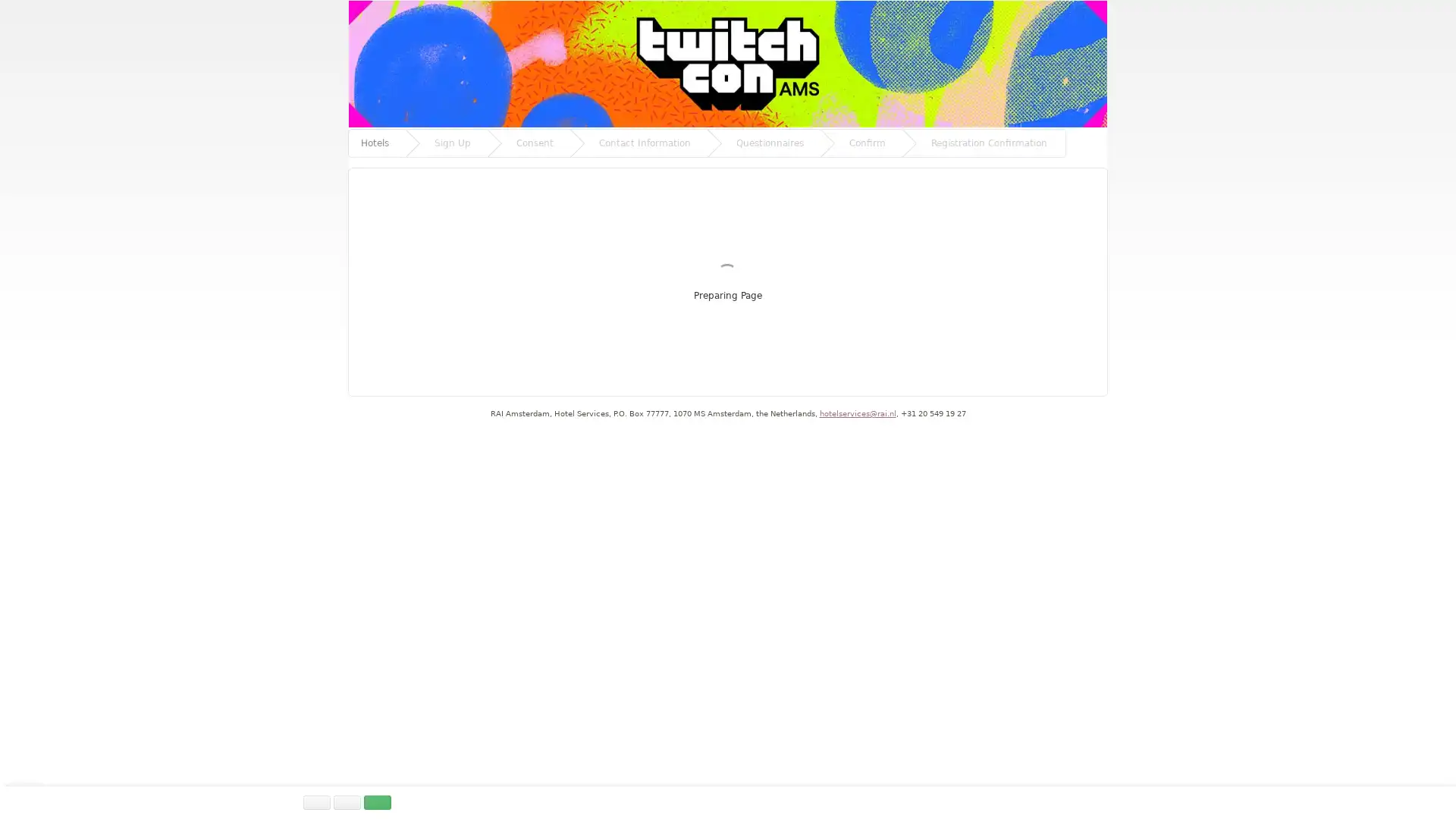 The height and width of the screenshot is (819, 1456). What do you see at coordinates (1156, 797) in the screenshot?
I see `ALLOW ALL` at bounding box center [1156, 797].